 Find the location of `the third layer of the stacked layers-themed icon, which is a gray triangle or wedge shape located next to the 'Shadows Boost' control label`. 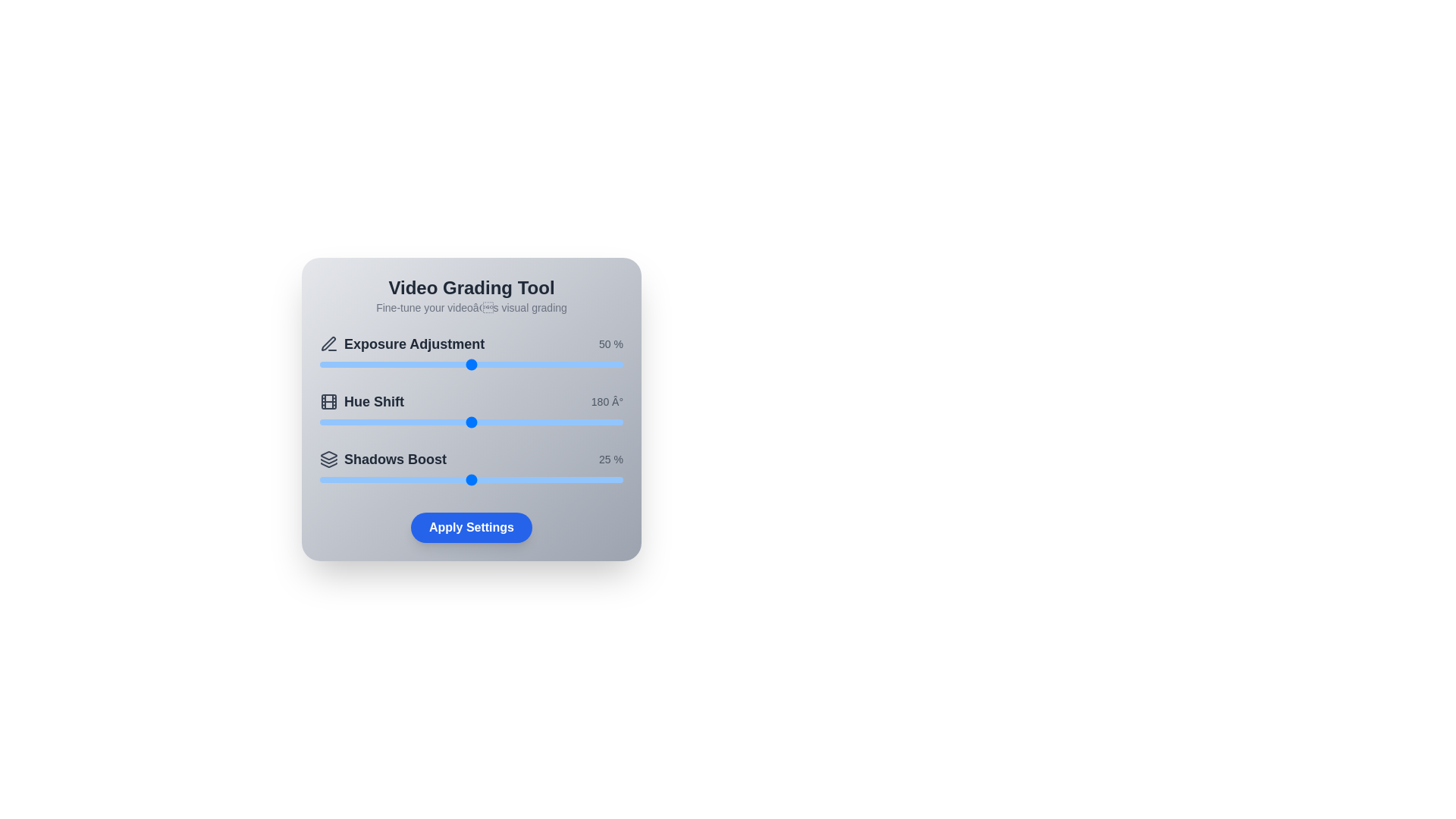

the third layer of the stacked layers-themed icon, which is a gray triangle or wedge shape located next to the 'Shadows Boost' control label is located at coordinates (328, 464).